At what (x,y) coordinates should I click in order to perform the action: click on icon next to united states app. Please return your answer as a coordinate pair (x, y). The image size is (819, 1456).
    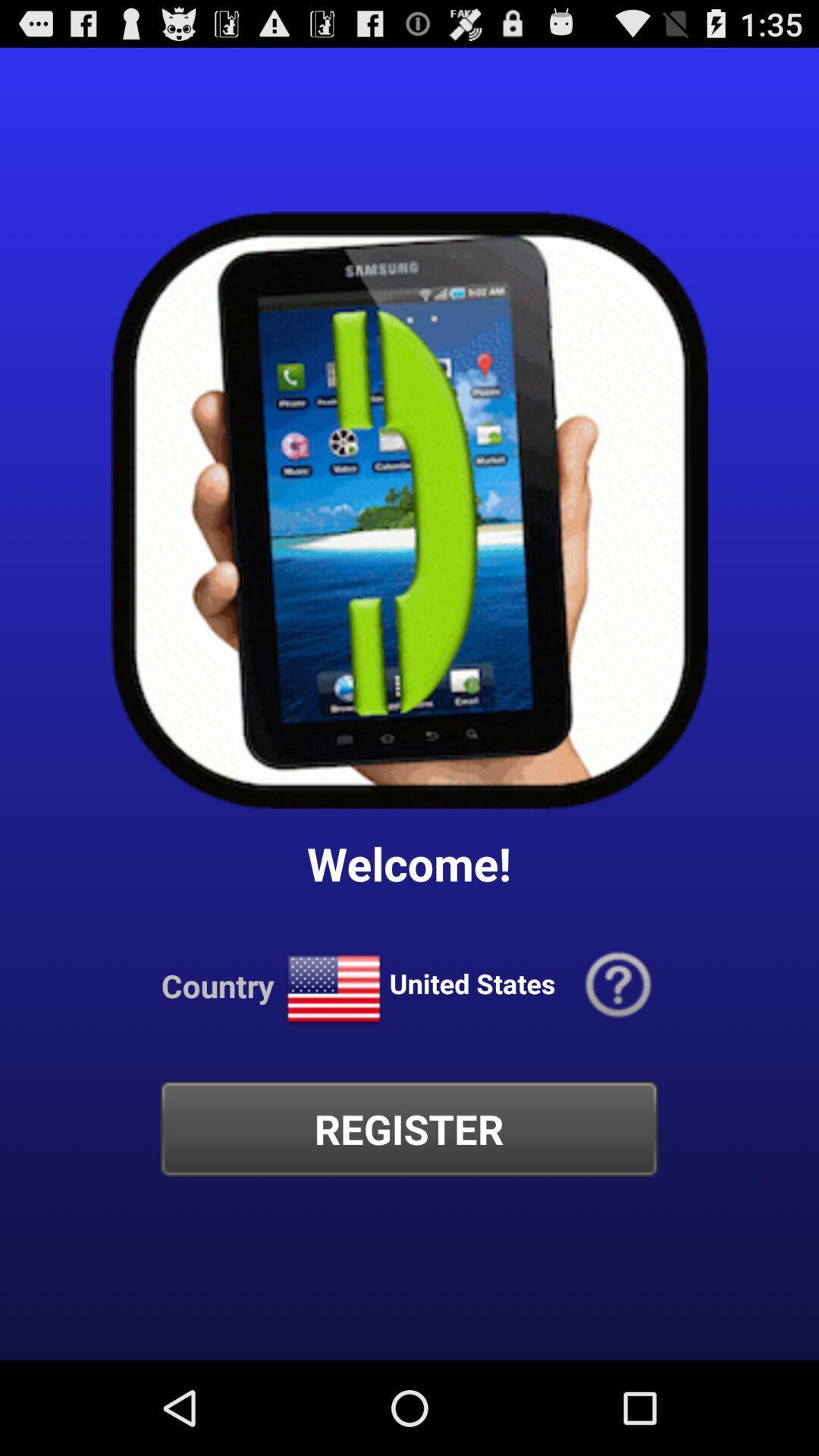
    Looking at the image, I should click on (618, 985).